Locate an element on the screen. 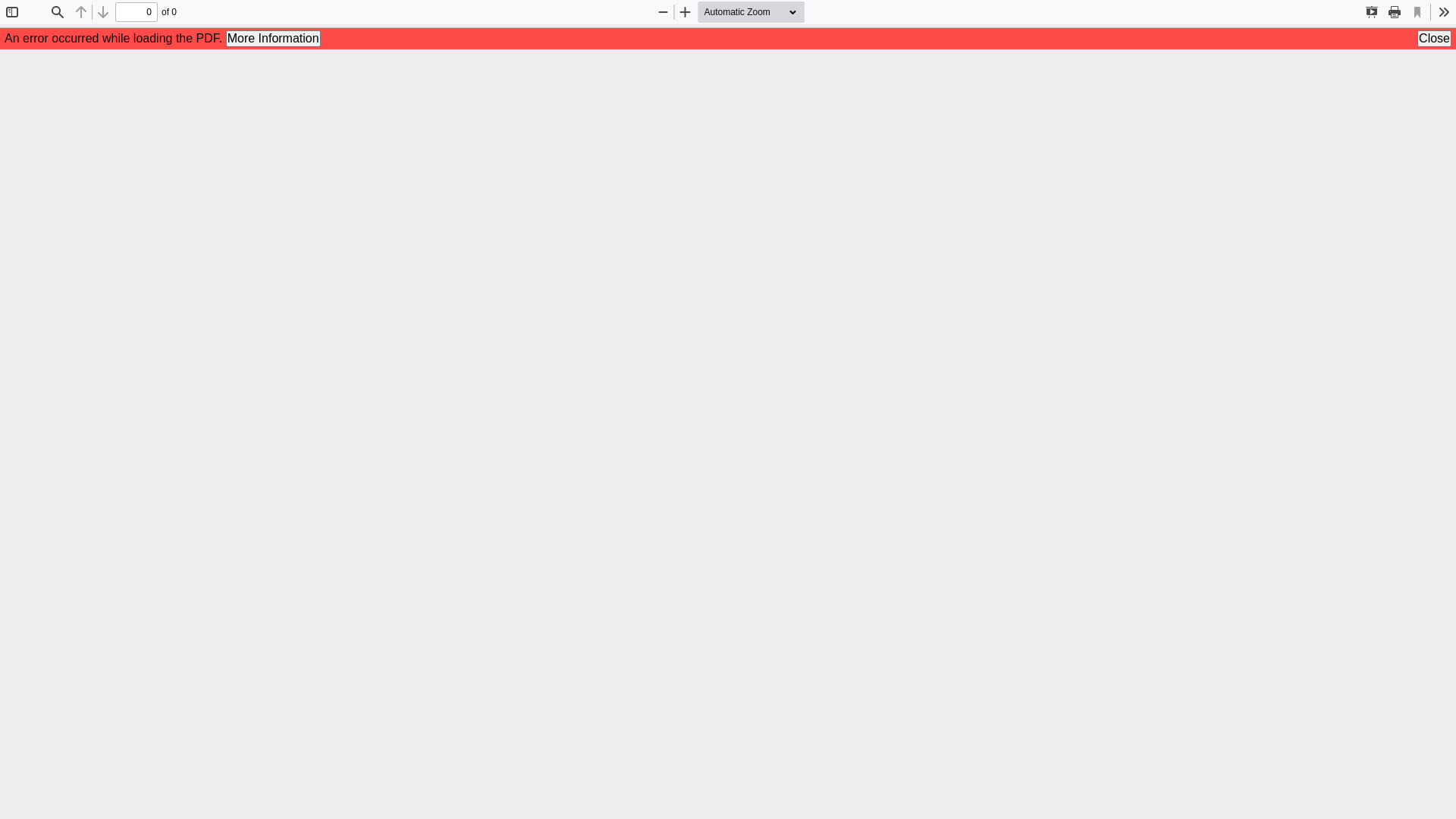 This screenshot has height=819, width=1456. 'Print' is located at coordinates (1394, 11).